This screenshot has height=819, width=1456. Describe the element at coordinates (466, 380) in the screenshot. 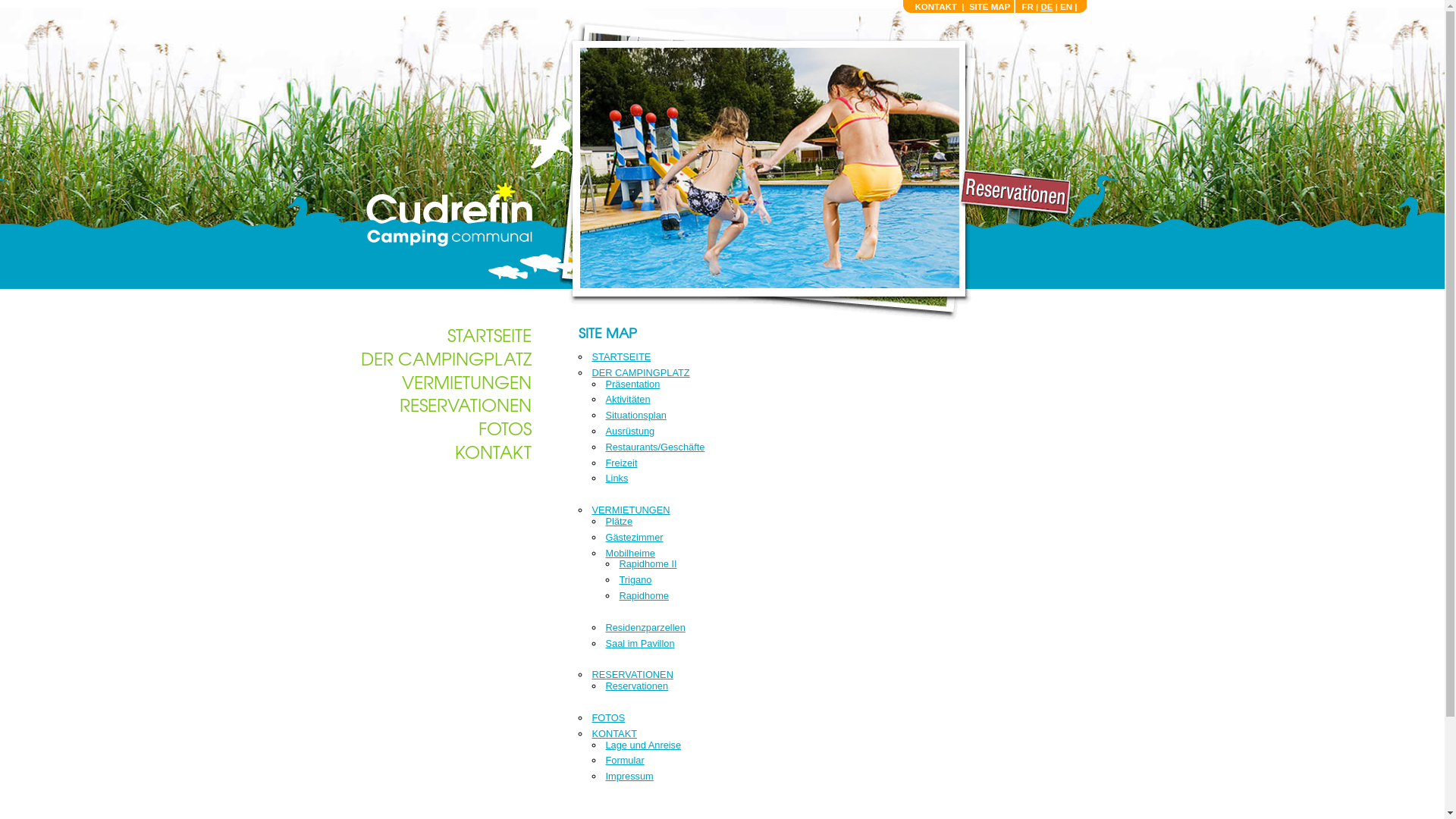

I see `'VERMIETUNGEN'` at that location.